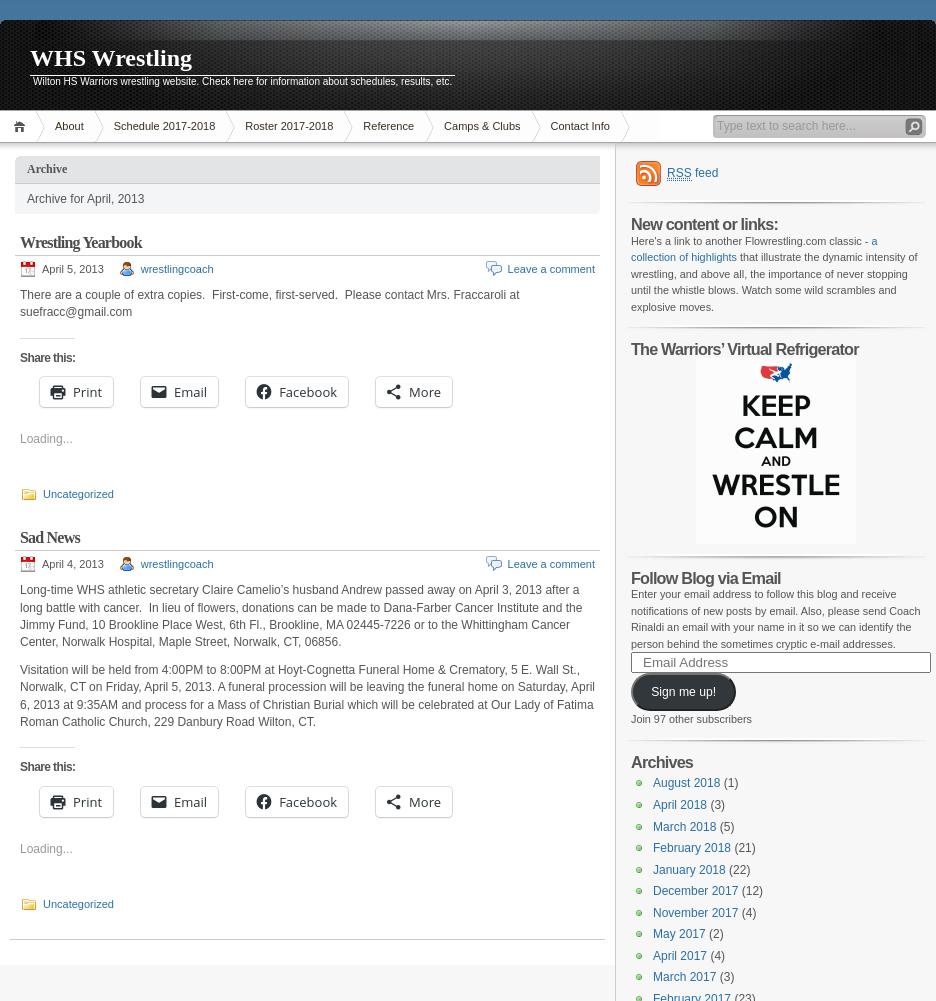 The height and width of the screenshot is (1001, 936). I want to click on 'Wrestling Yearbook', so click(19, 241).